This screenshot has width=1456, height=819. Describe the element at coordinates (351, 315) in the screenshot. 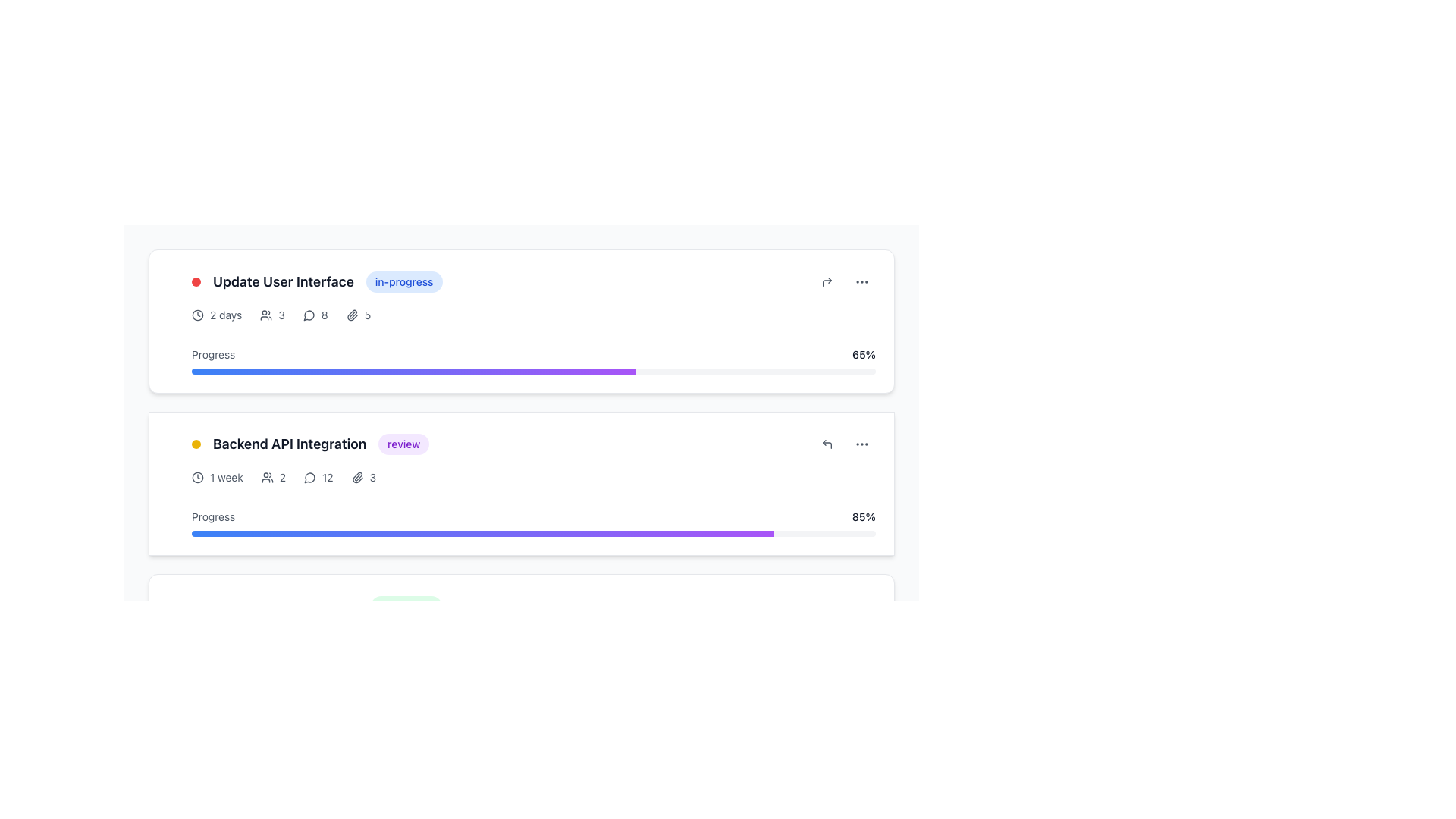

I see `the paperclip icon located in the metadata section of the 'Update User Interface' card` at that location.